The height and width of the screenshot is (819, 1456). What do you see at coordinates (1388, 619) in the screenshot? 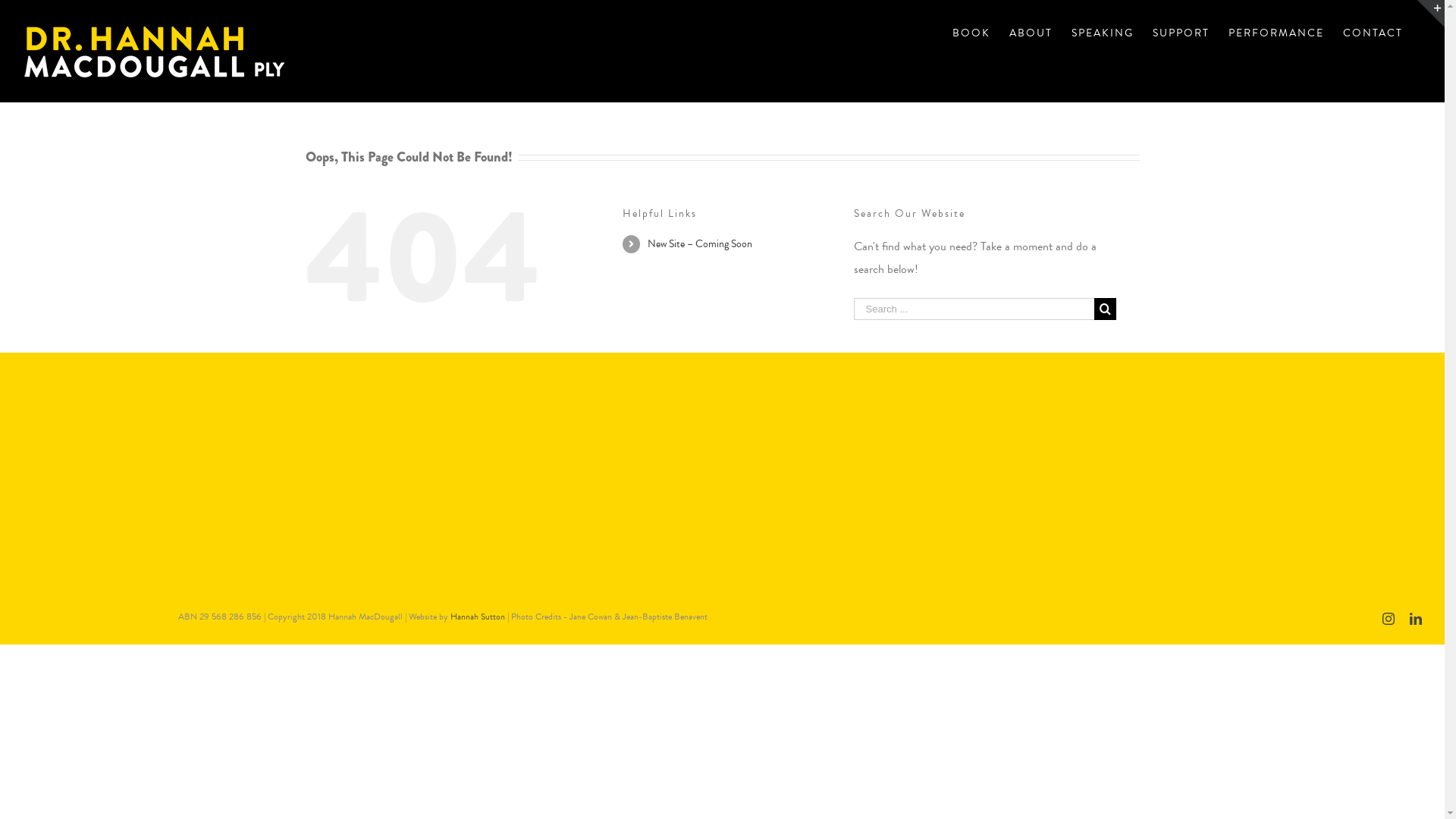
I see `'Instagram'` at bounding box center [1388, 619].